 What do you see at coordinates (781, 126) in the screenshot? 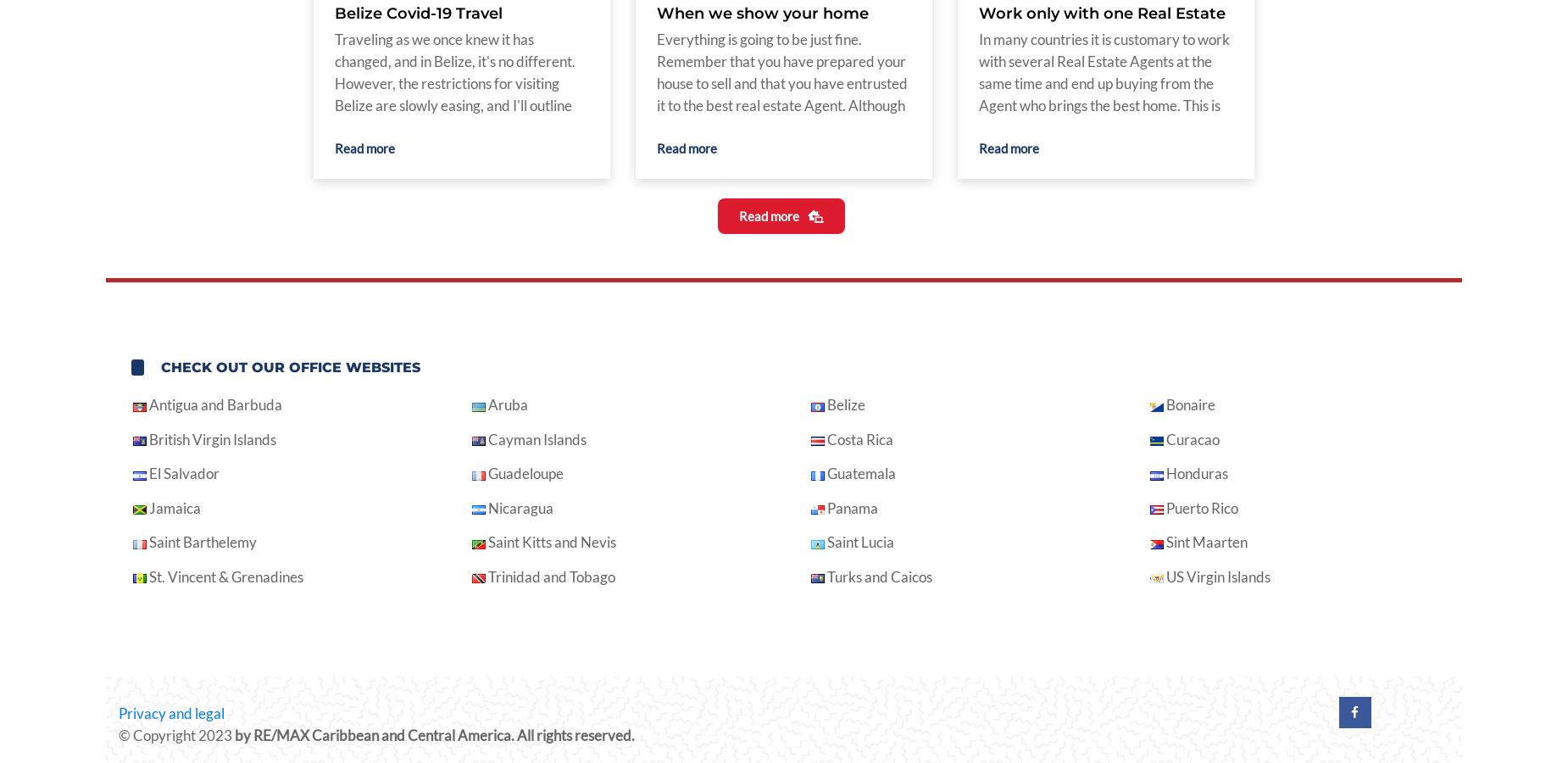
I see `'Everything is going to be just fine. Remember that you have prepared your house to sell and that you have entrusted it to the best real estate Agent. Although there are not many buyers today, it is important to appear calm and collected. Here&rsquo;s some things to keep in mind&hellip;
&nbsp;
Relax - There is nothing else to do, so read a magazin'` at bounding box center [781, 126].